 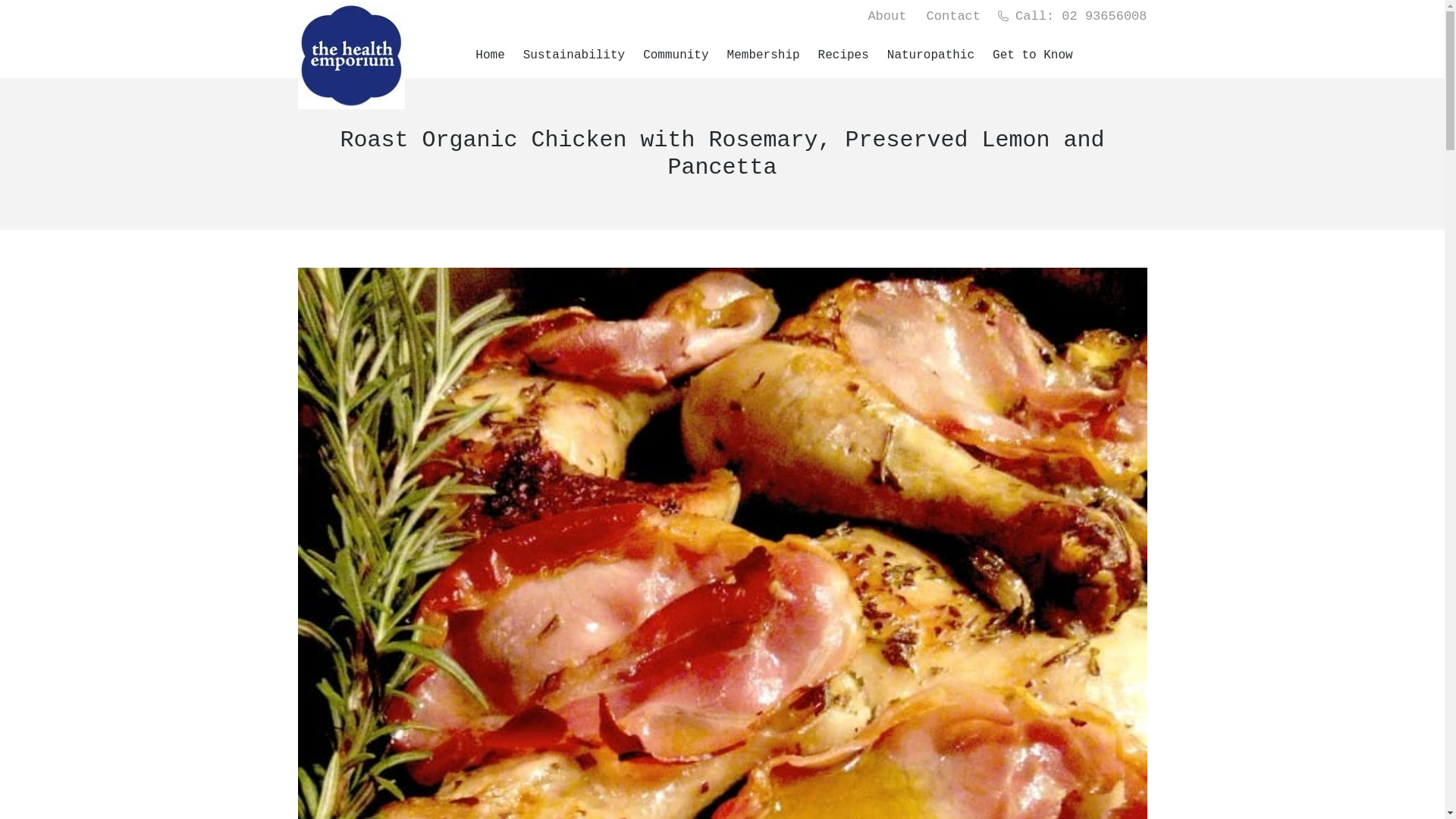 I want to click on 'Naturopathic', so click(x=931, y=55).